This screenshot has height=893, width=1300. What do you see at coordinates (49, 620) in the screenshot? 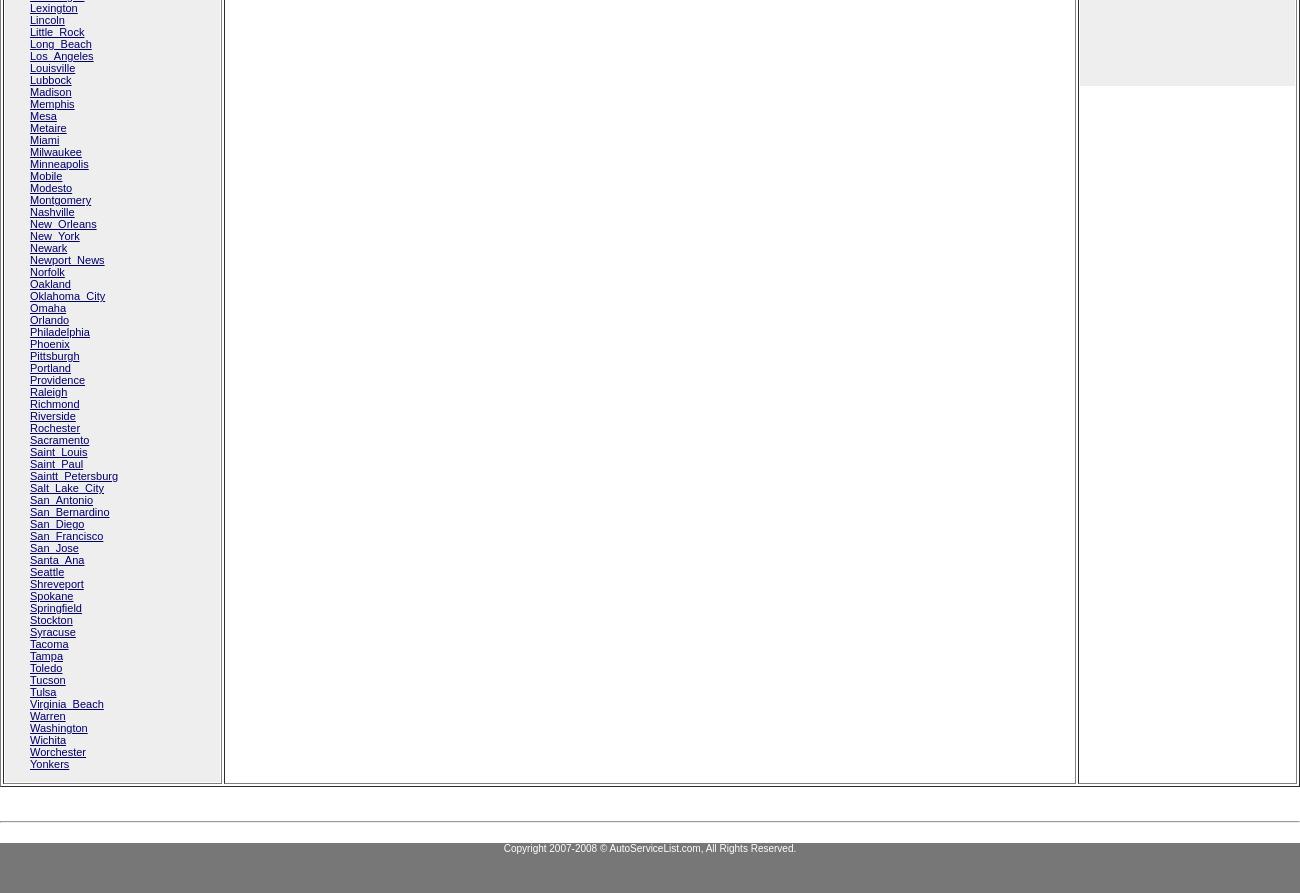
I see `'Stockton'` at bounding box center [49, 620].